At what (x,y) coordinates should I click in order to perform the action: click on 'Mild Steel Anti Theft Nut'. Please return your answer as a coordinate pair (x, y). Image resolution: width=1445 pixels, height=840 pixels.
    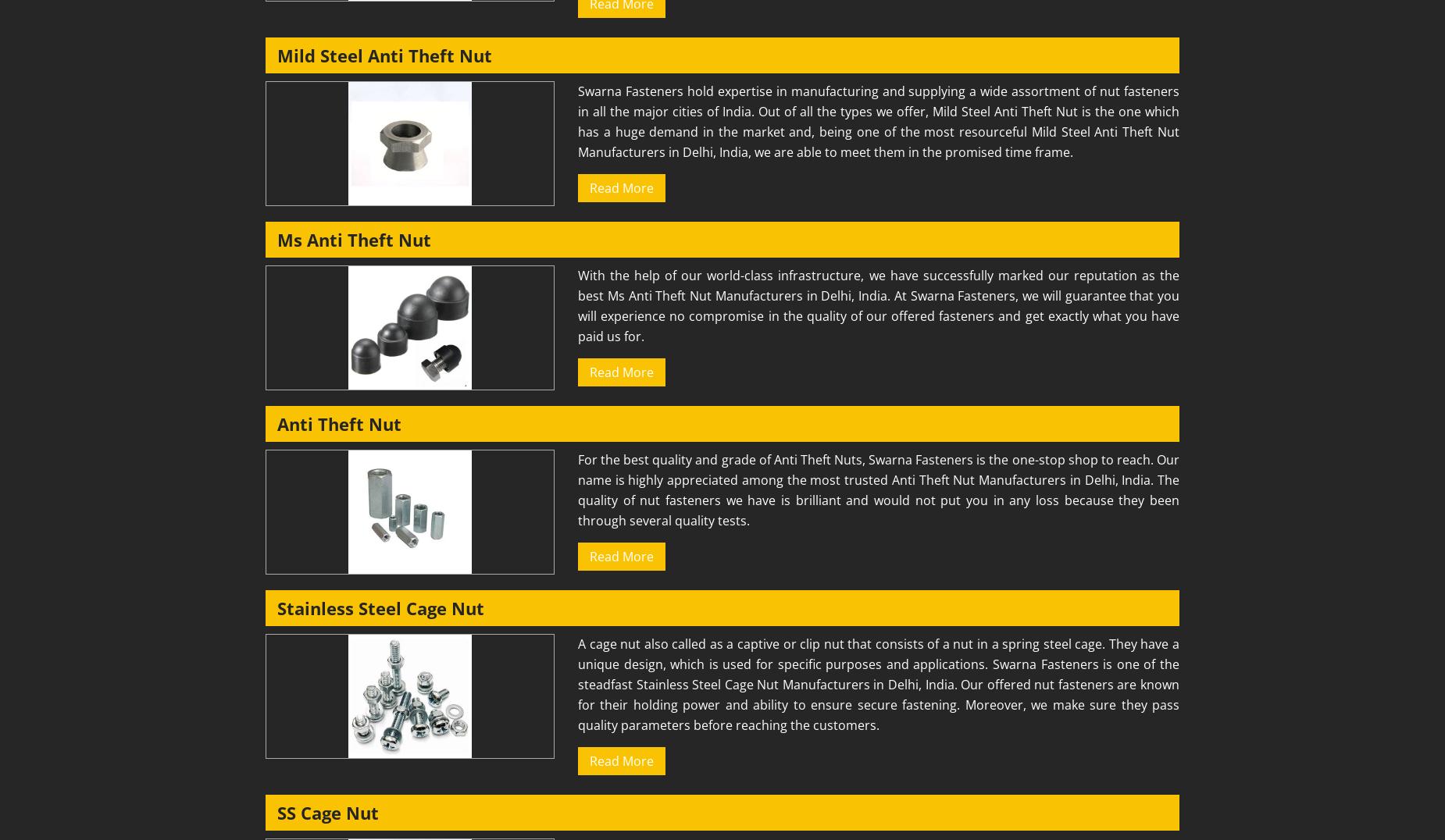
    Looking at the image, I should click on (384, 55).